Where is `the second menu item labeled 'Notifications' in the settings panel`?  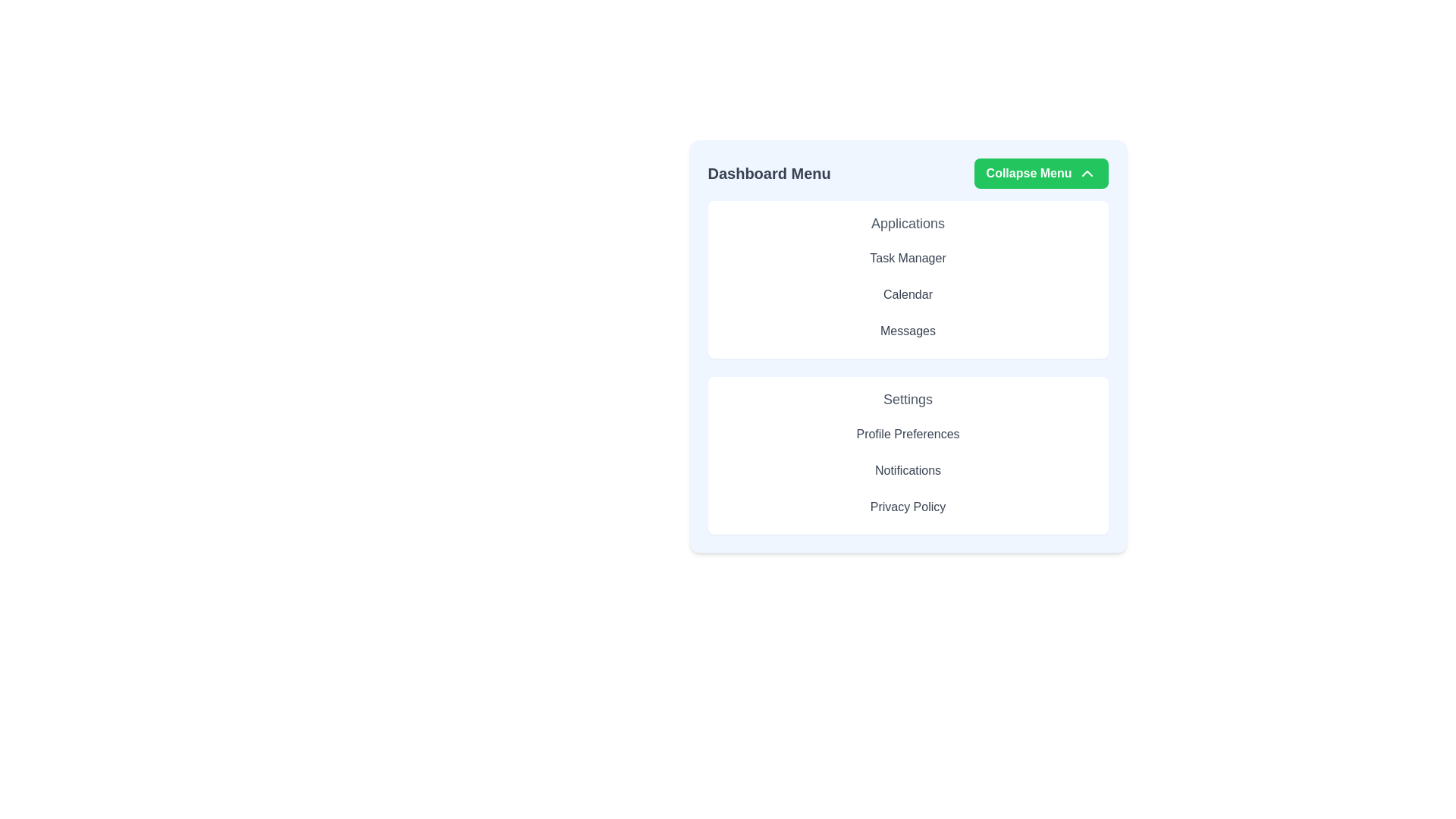 the second menu item labeled 'Notifications' in the settings panel is located at coordinates (908, 470).